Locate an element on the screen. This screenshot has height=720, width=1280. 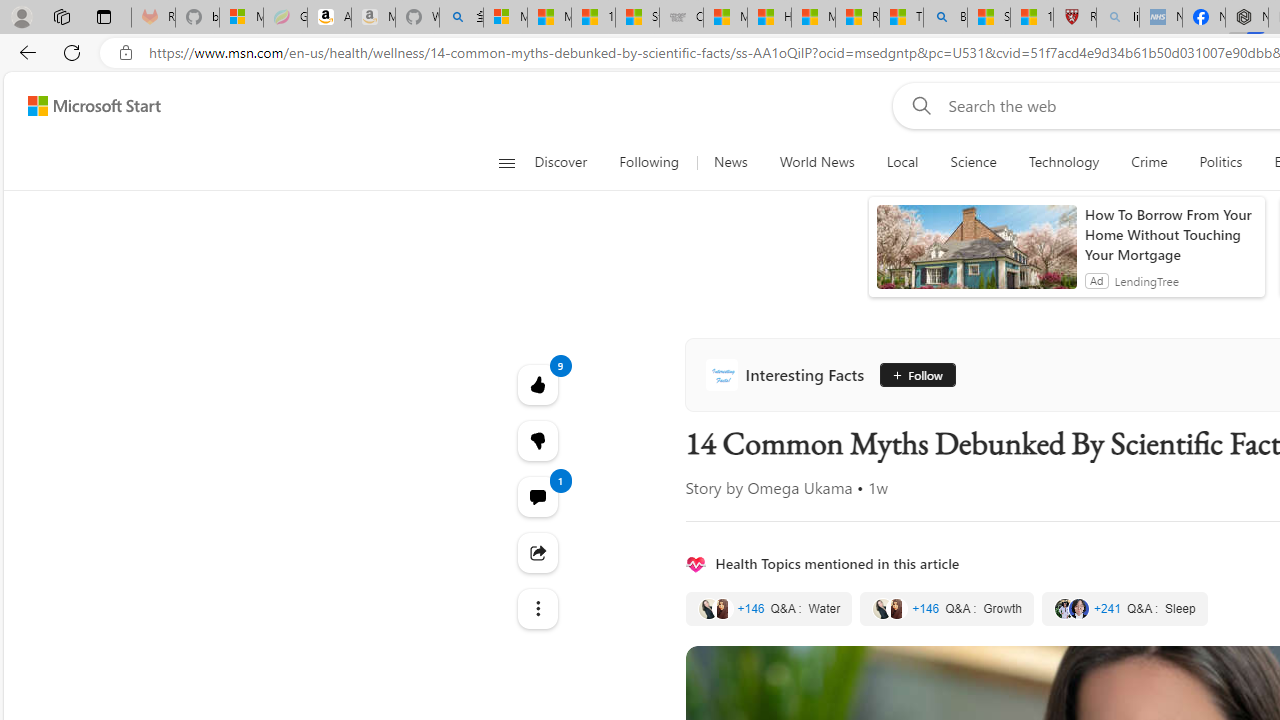
'Growth' is located at coordinates (946, 607).